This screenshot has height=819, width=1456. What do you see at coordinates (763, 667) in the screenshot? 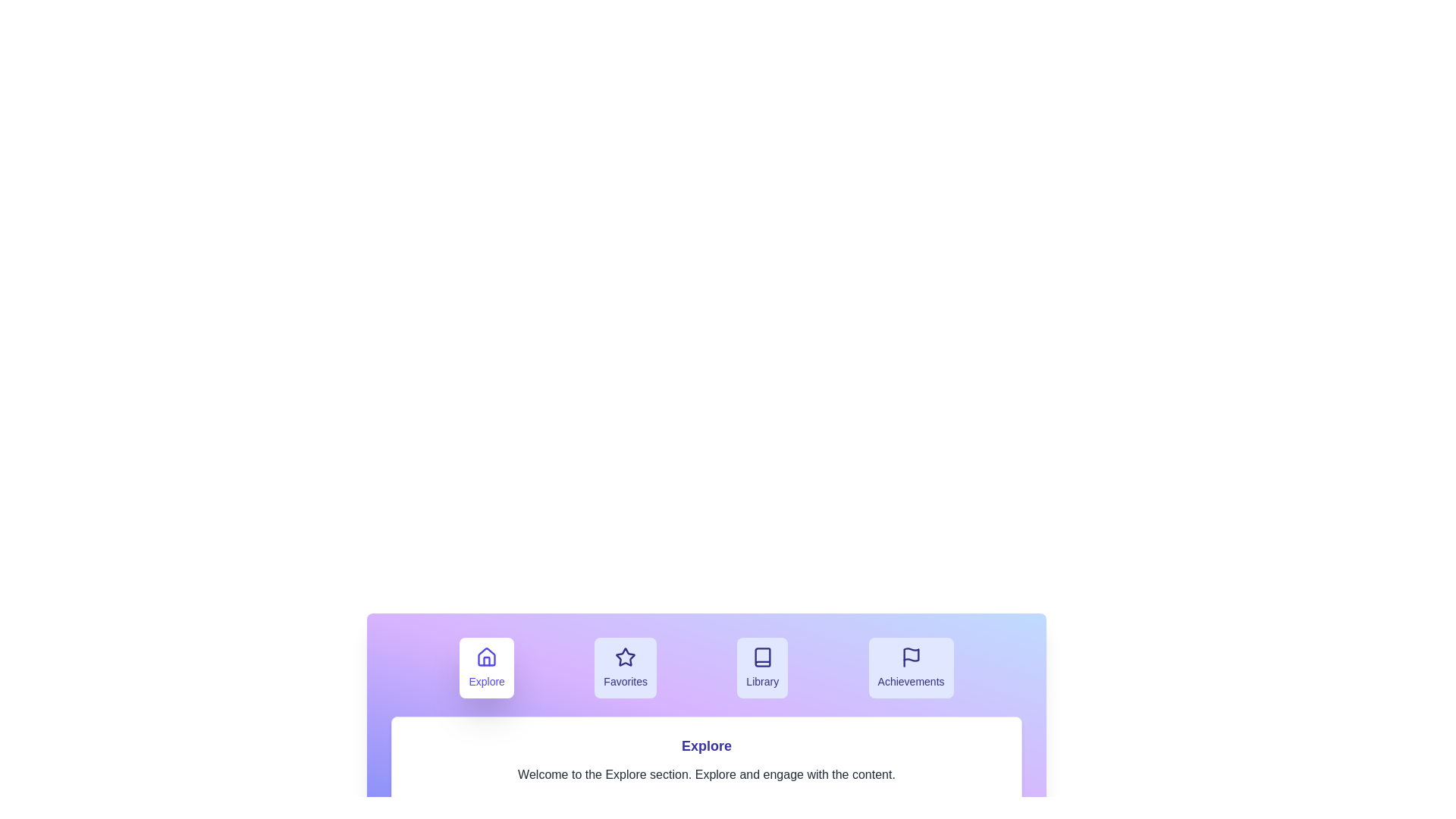
I see `the tab labeled Library` at bounding box center [763, 667].